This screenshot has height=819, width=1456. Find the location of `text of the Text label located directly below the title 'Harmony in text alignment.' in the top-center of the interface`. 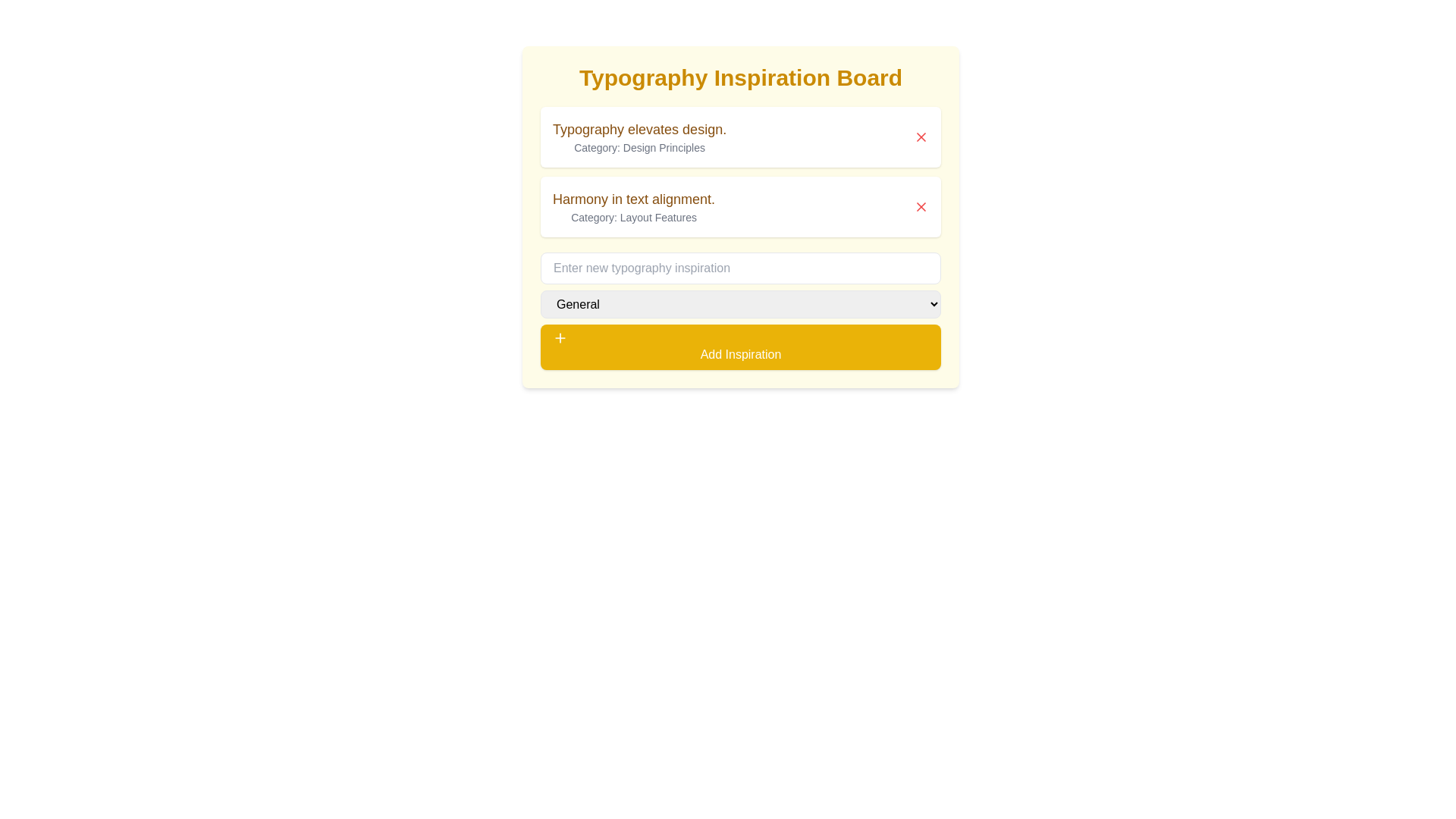

text of the Text label located directly below the title 'Harmony in text alignment.' in the top-center of the interface is located at coordinates (633, 217).